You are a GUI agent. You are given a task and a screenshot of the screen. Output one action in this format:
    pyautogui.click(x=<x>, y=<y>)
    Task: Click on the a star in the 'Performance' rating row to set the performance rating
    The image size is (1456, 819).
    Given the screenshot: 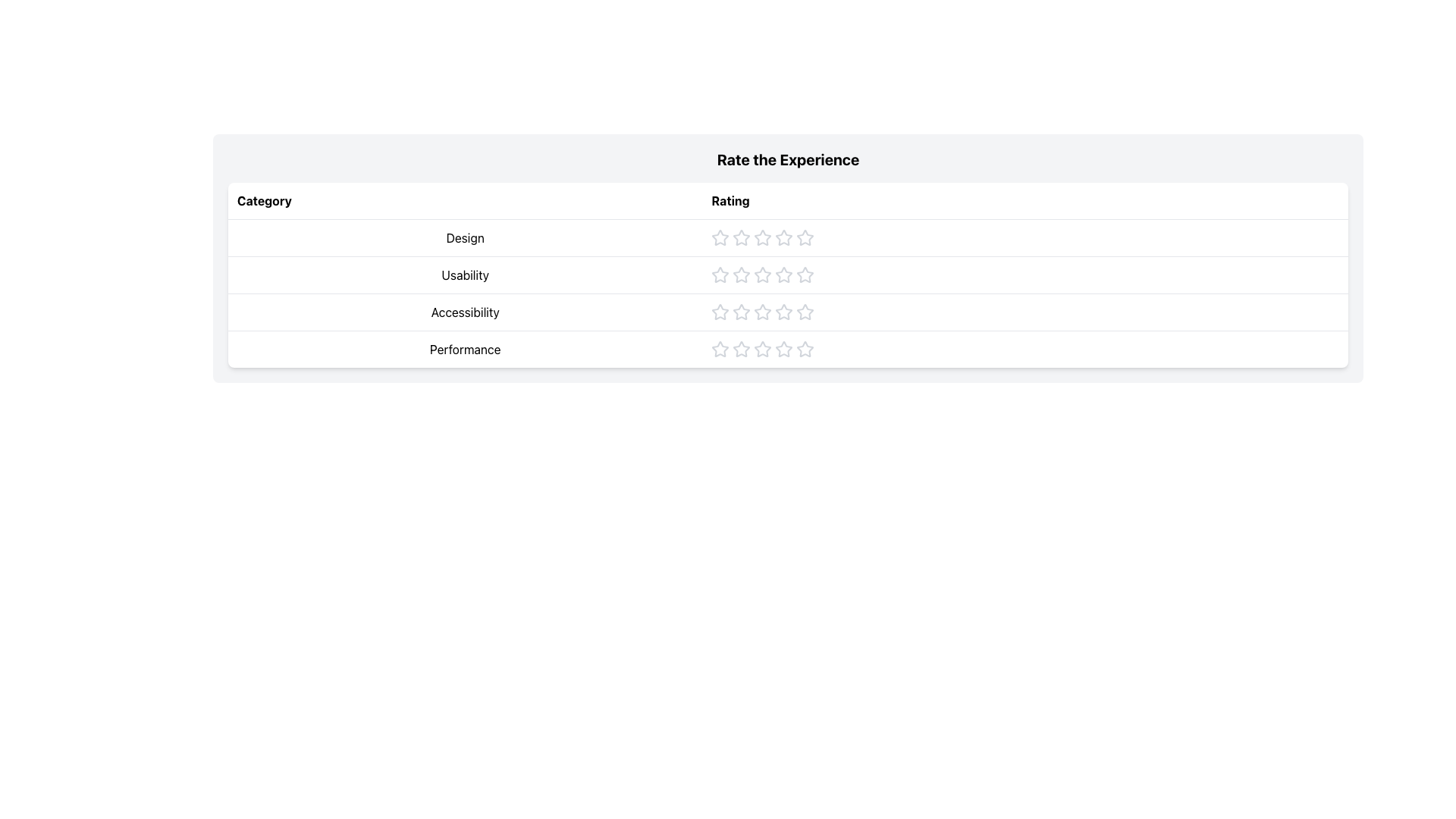 What is the action you would take?
    pyautogui.click(x=1025, y=349)
    